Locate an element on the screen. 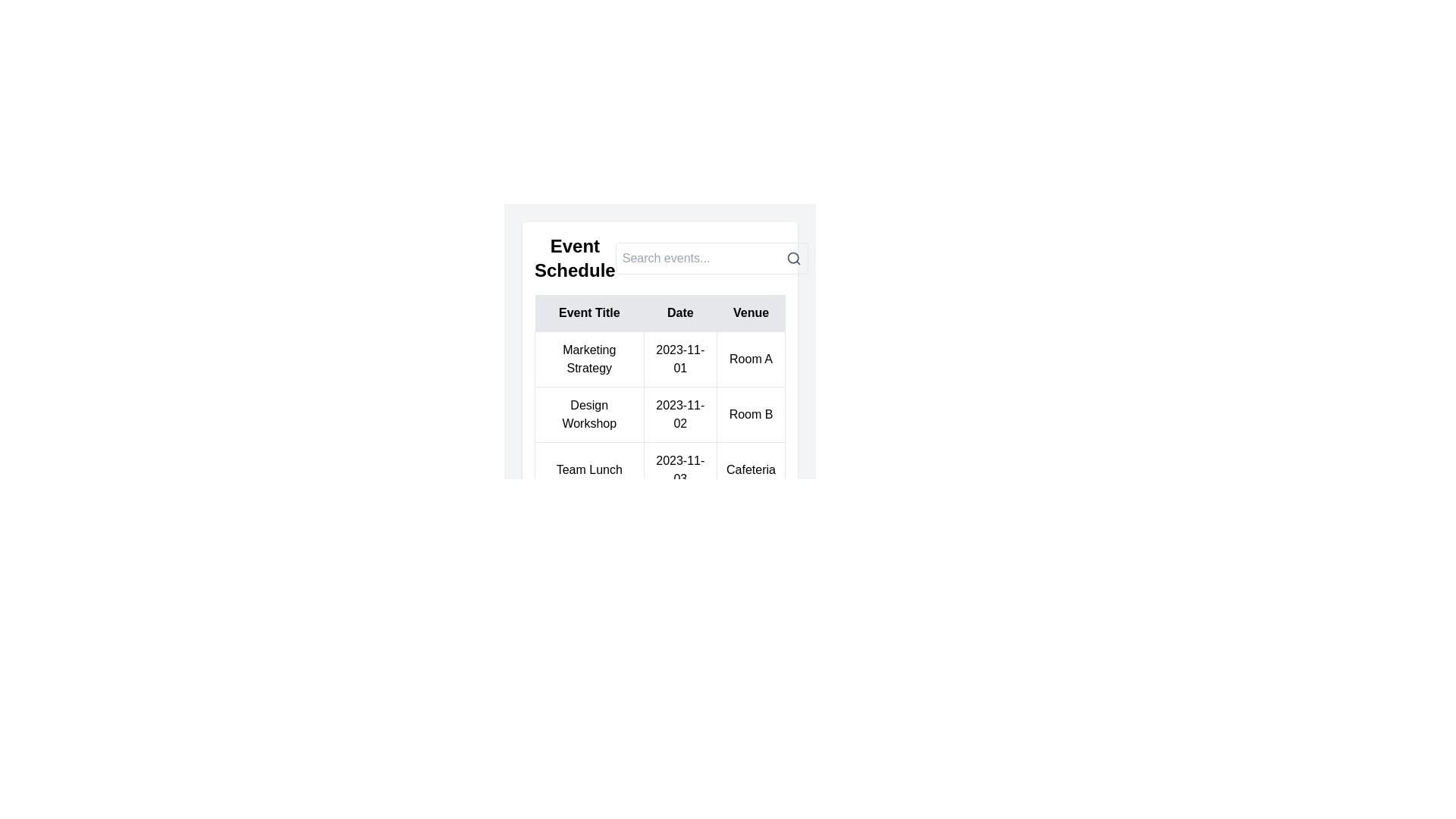 Image resolution: width=1456 pixels, height=819 pixels. the title text label of the event in the first column of the third row of the 'Event Schedule' table is located at coordinates (588, 469).